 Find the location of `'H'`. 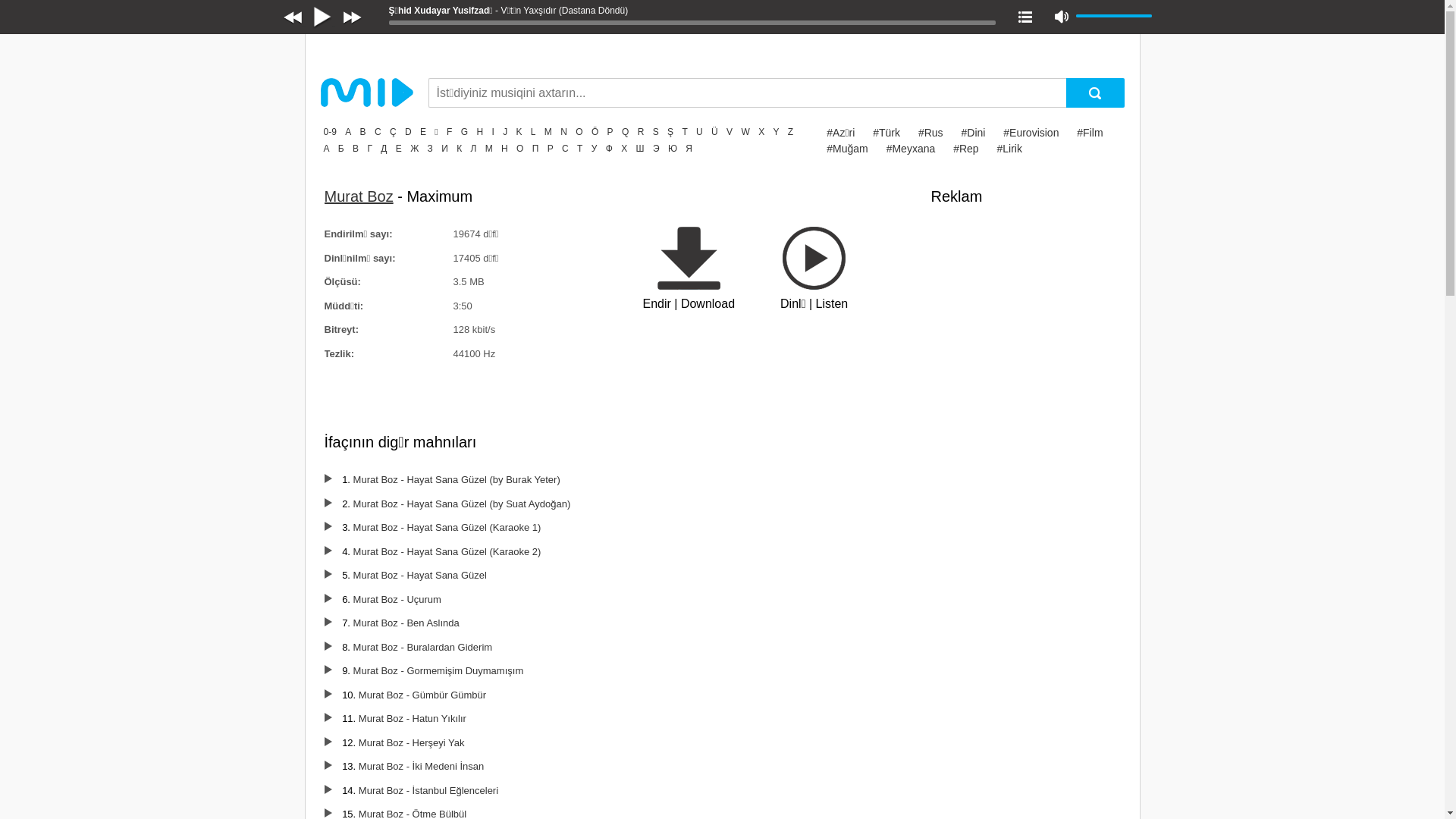

'H' is located at coordinates (475, 130).